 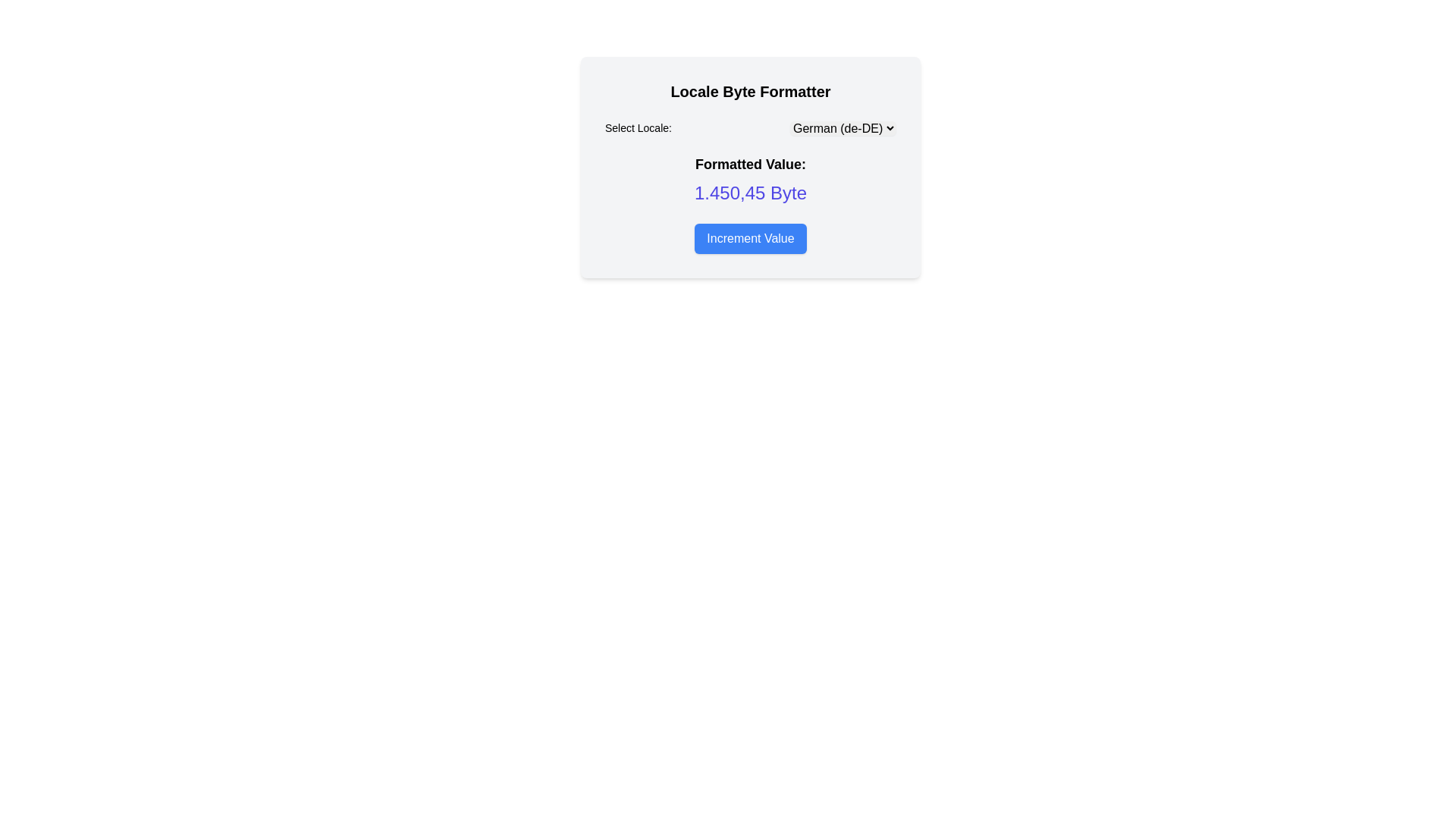 I want to click on the dropdown menu labeled 'Select Locale:', so click(x=843, y=127).